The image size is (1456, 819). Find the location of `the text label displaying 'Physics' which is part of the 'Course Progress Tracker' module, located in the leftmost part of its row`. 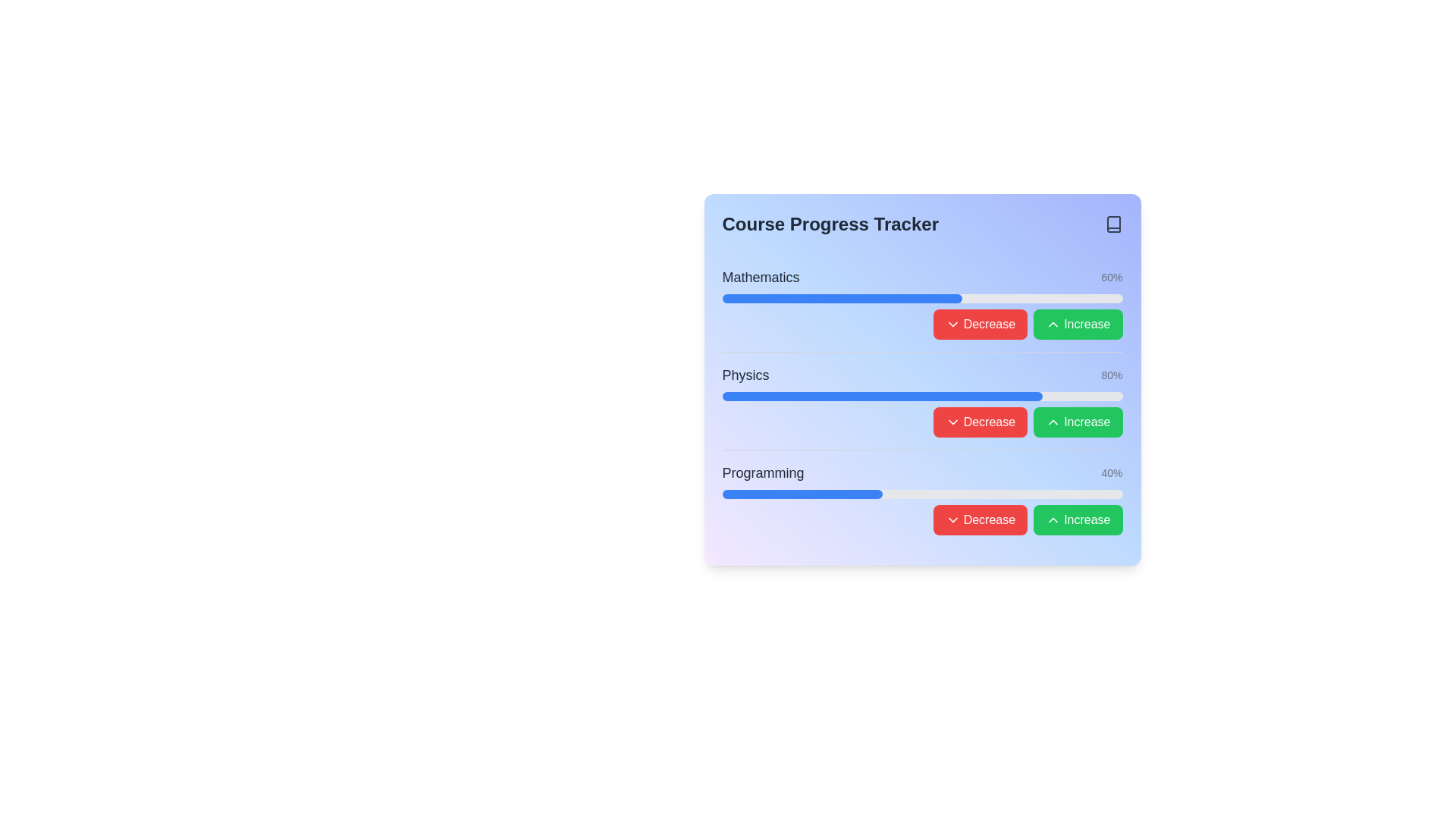

the text label displaying 'Physics' which is part of the 'Course Progress Tracker' module, located in the leftmost part of its row is located at coordinates (745, 375).